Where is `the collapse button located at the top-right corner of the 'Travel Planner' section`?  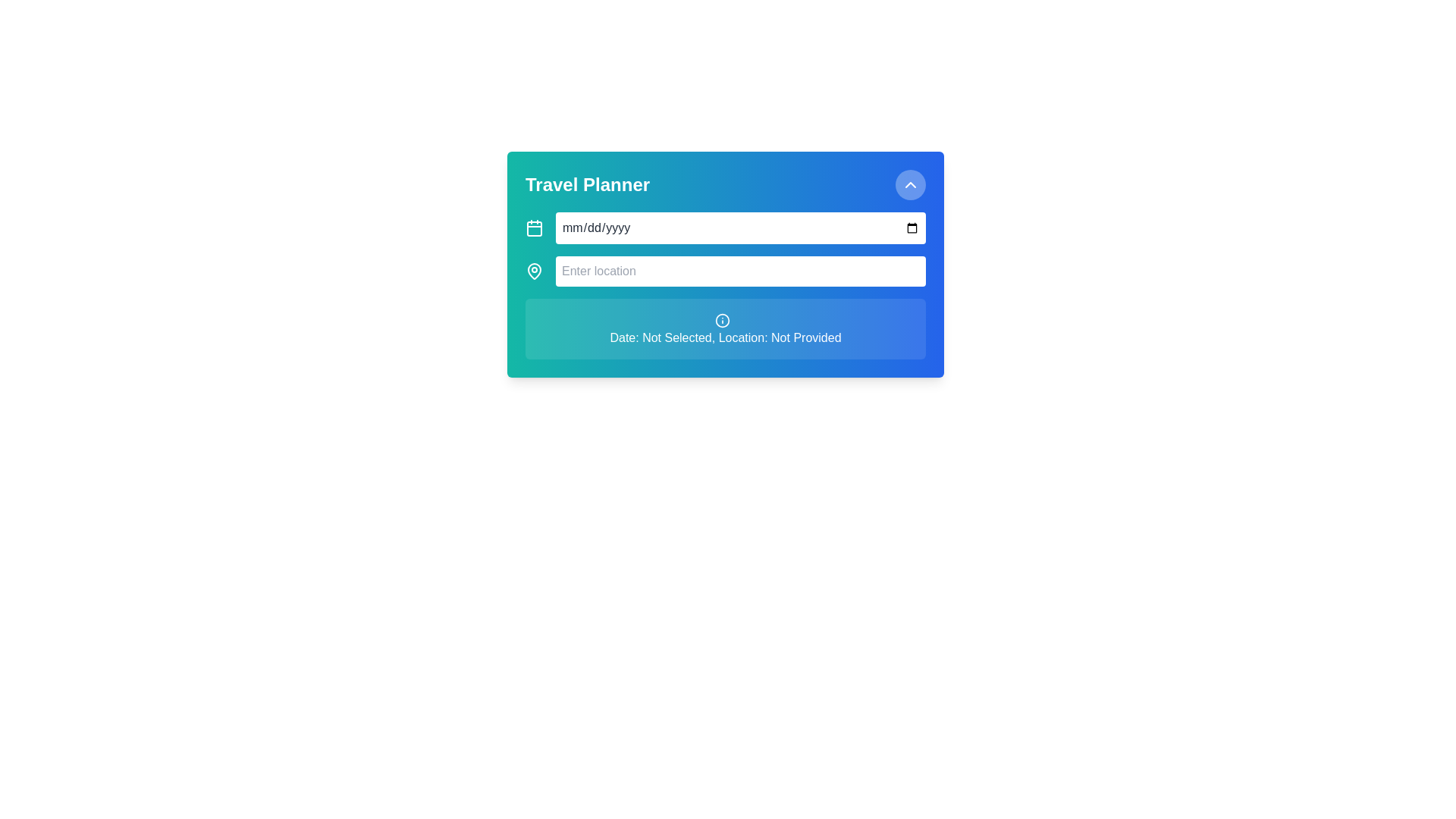 the collapse button located at the top-right corner of the 'Travel Planner' section is located at coordinates (910, 184).